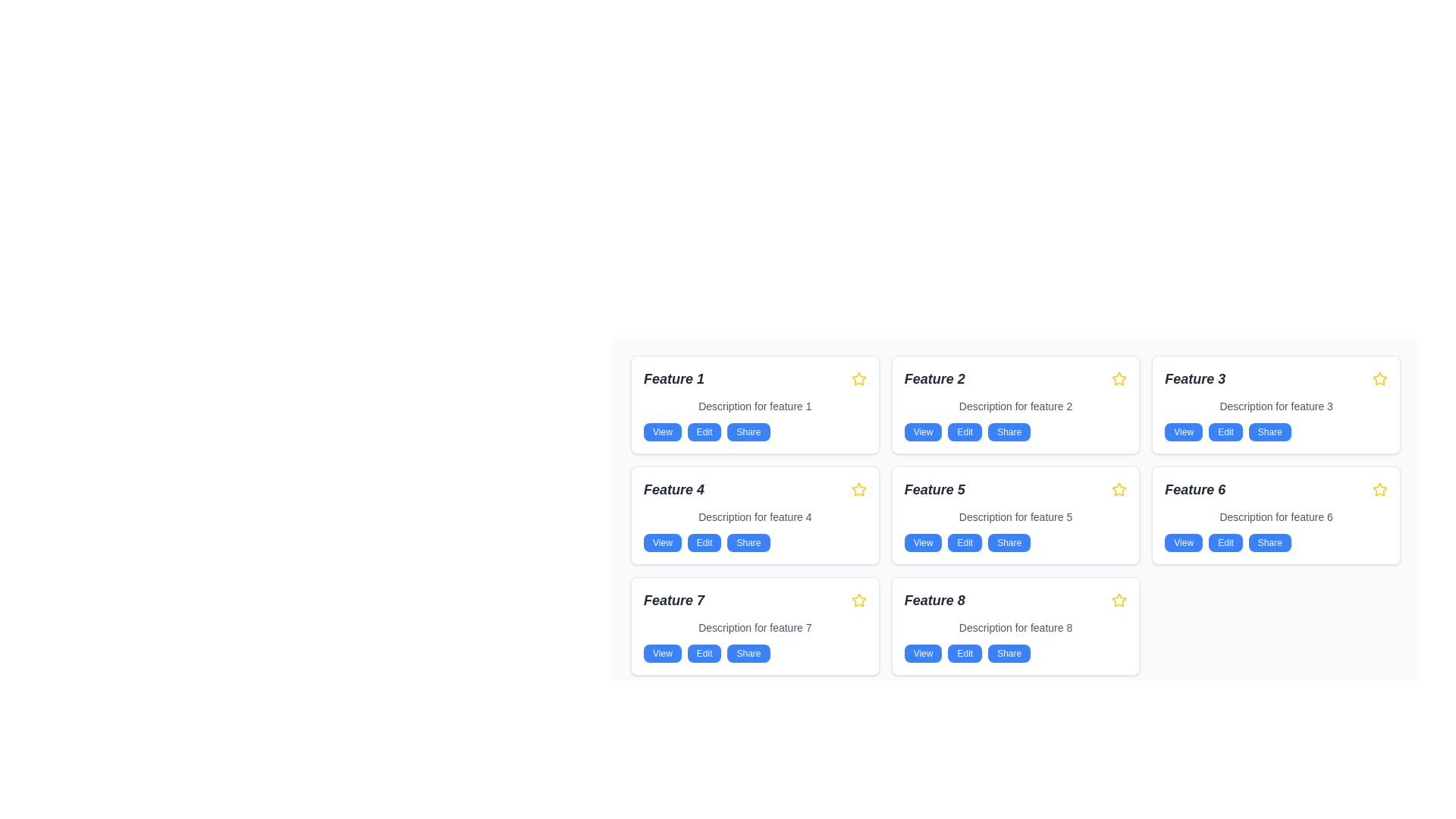 The image size is (1456, 819). Describe the element at coordinates (748, 542) in the screenshot. I see `the 'Share' button in the 'Feature 4' card` at that location.